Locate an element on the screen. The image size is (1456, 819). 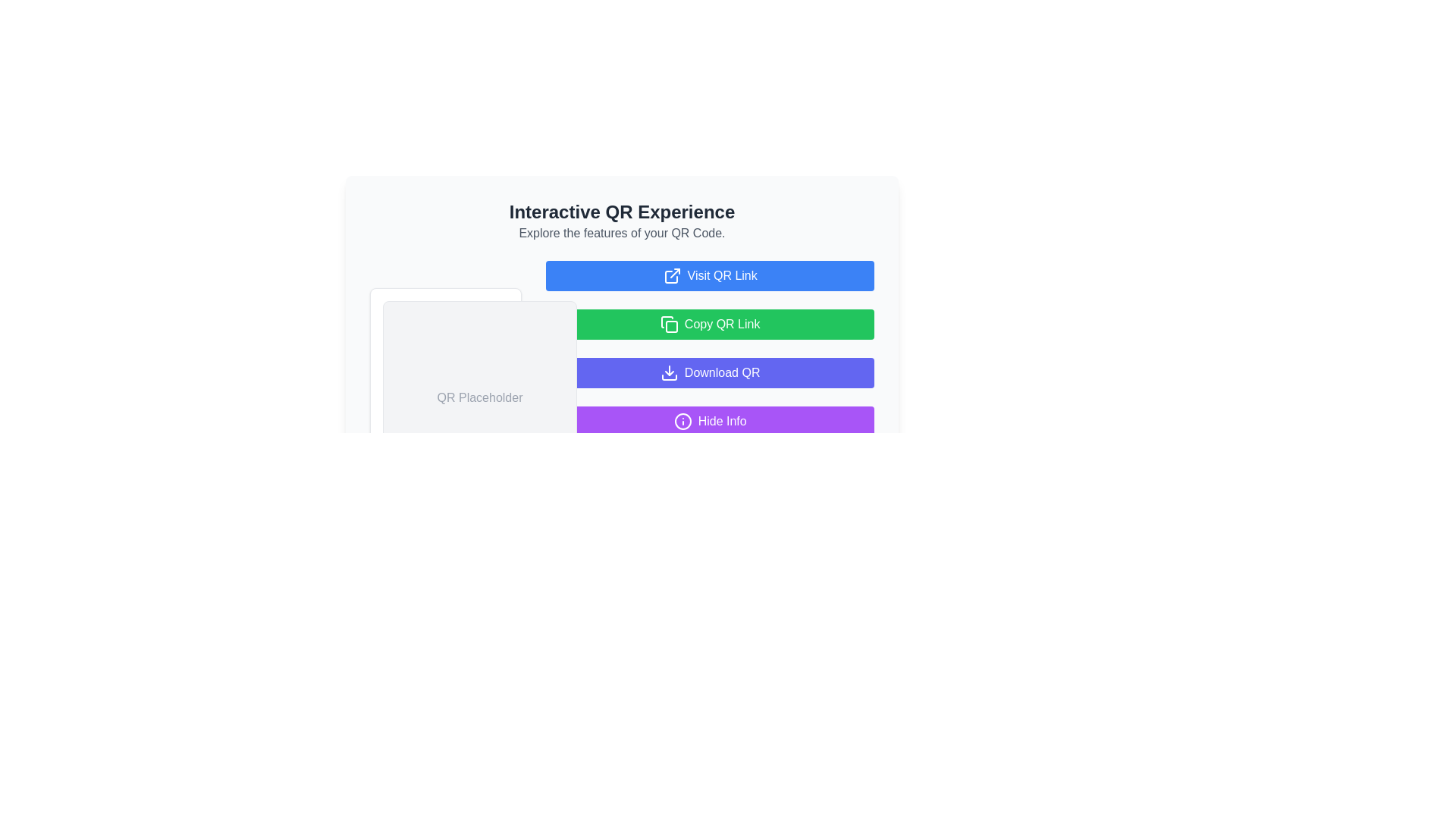
the square visual placeholder with a light gray background and rounded corners that contains the text 'QR Placeholder' is located at coordinates (479, 397).